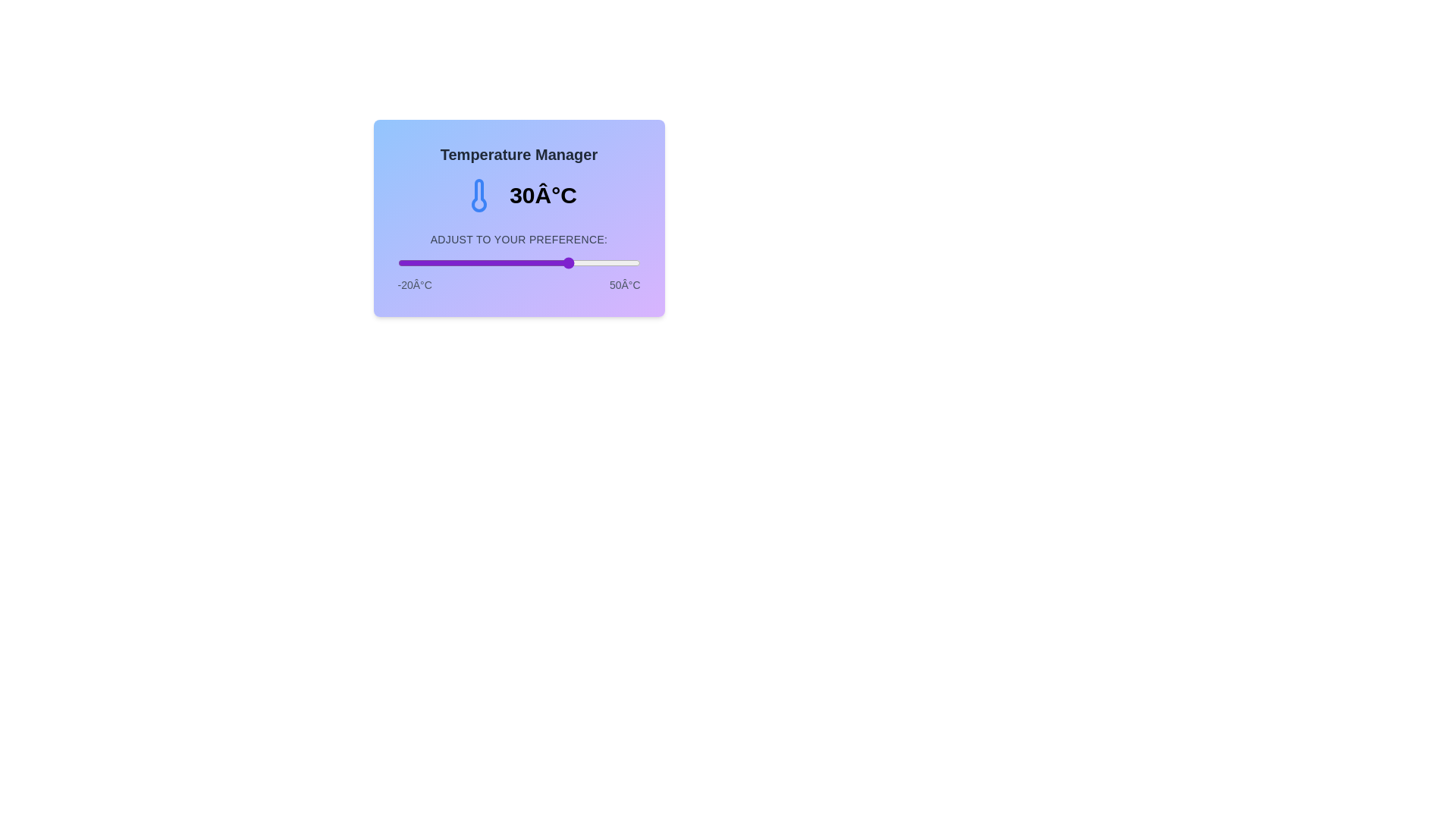 The image size is (1456, 819). I want to click on the temperature to 39 degrees Celsius by dragging the slider, so click(601, 262).